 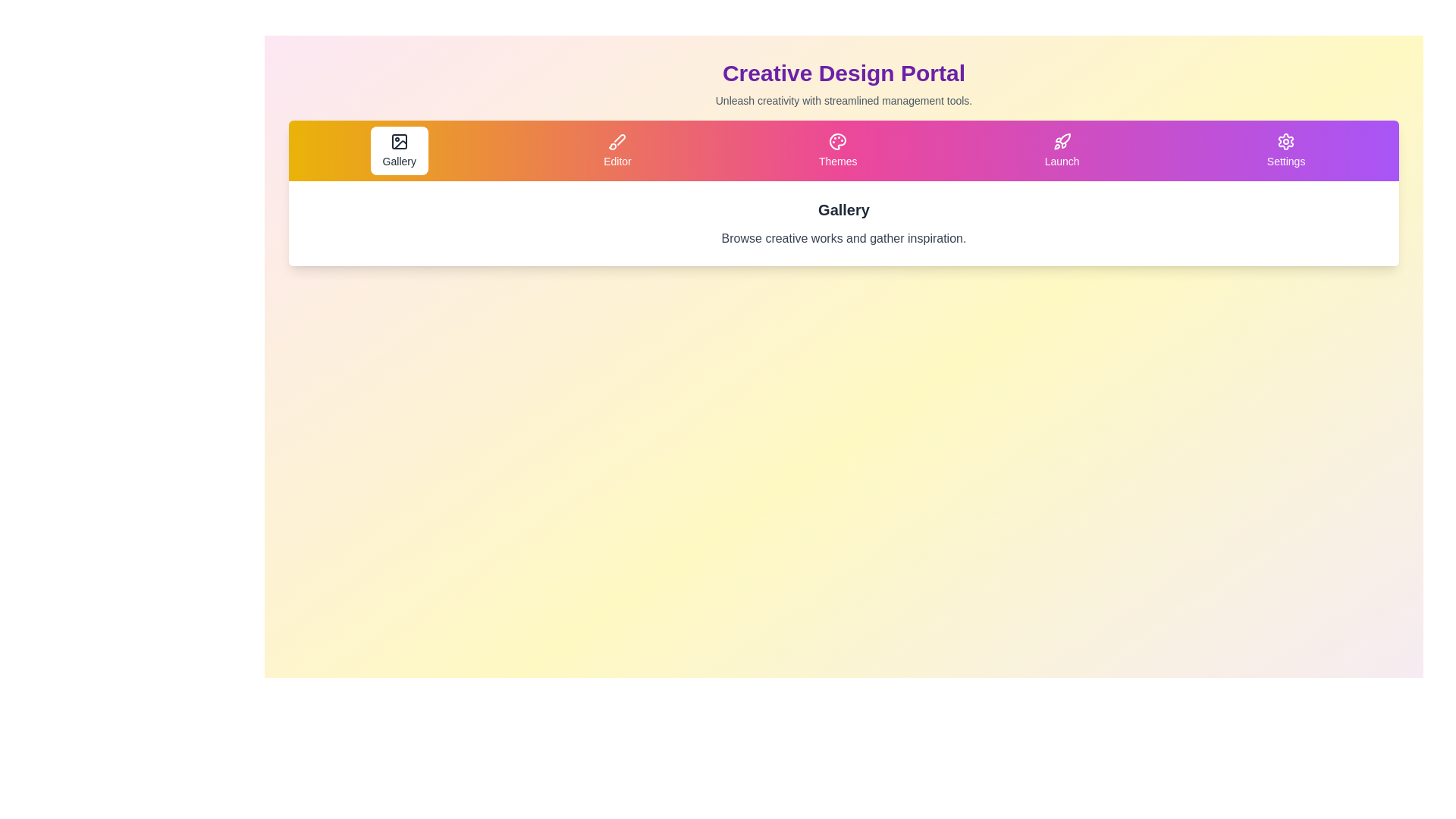 I want to click on the 'Settings' icon located in the top-right section of the navigation bar, so click(x=1285, y=141).